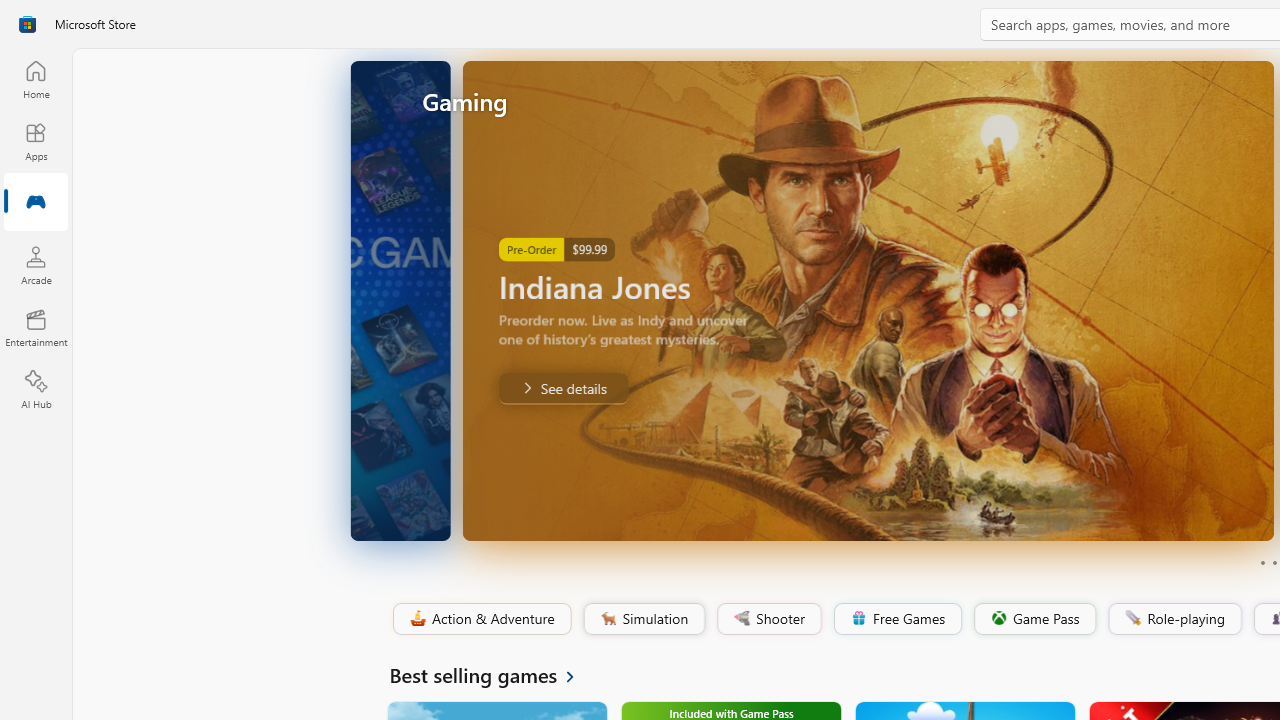 The width and height of the screenshot is (1280, 720). I want to click on 'Action & Adventure', so click(480, 618).